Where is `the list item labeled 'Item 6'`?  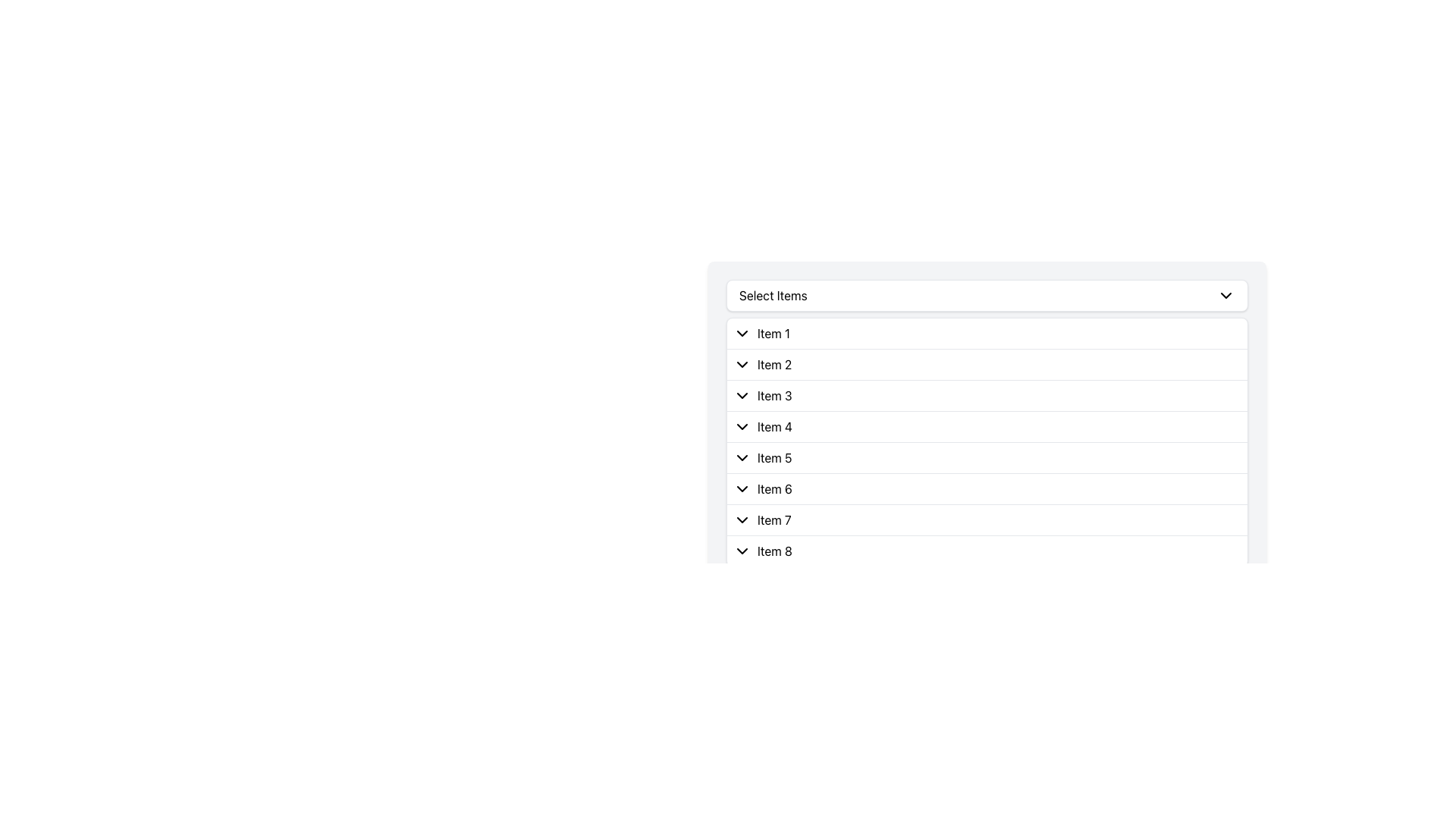 the list item labeled 'Item 6' is located at coordinates (987, 488).